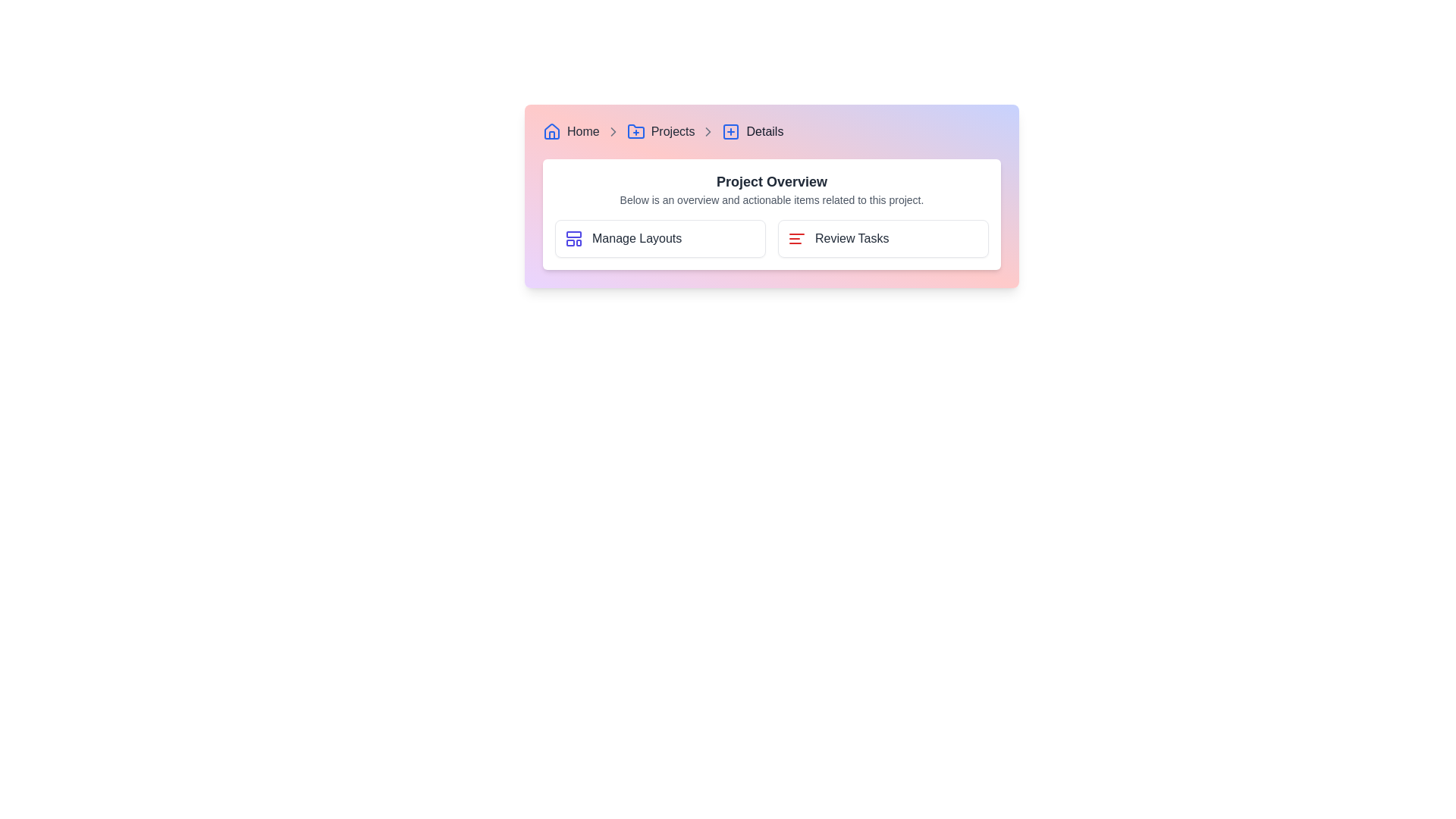  Describe the element at coordinates (771, 199) in the screenshot. I see `the static text element containing the content 'Below is an overview and actionable items related to this project.' which is styled with a small font size and gray color, located beneath the 'Project Overview' heading` at that location.